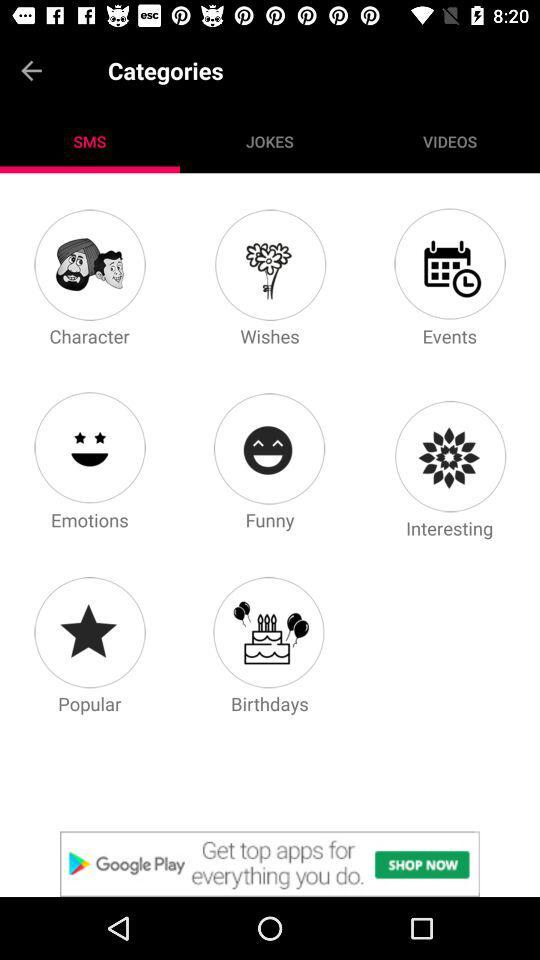 This screenshot has width=540, height=960. I want to click on popular, so click(88, 631).